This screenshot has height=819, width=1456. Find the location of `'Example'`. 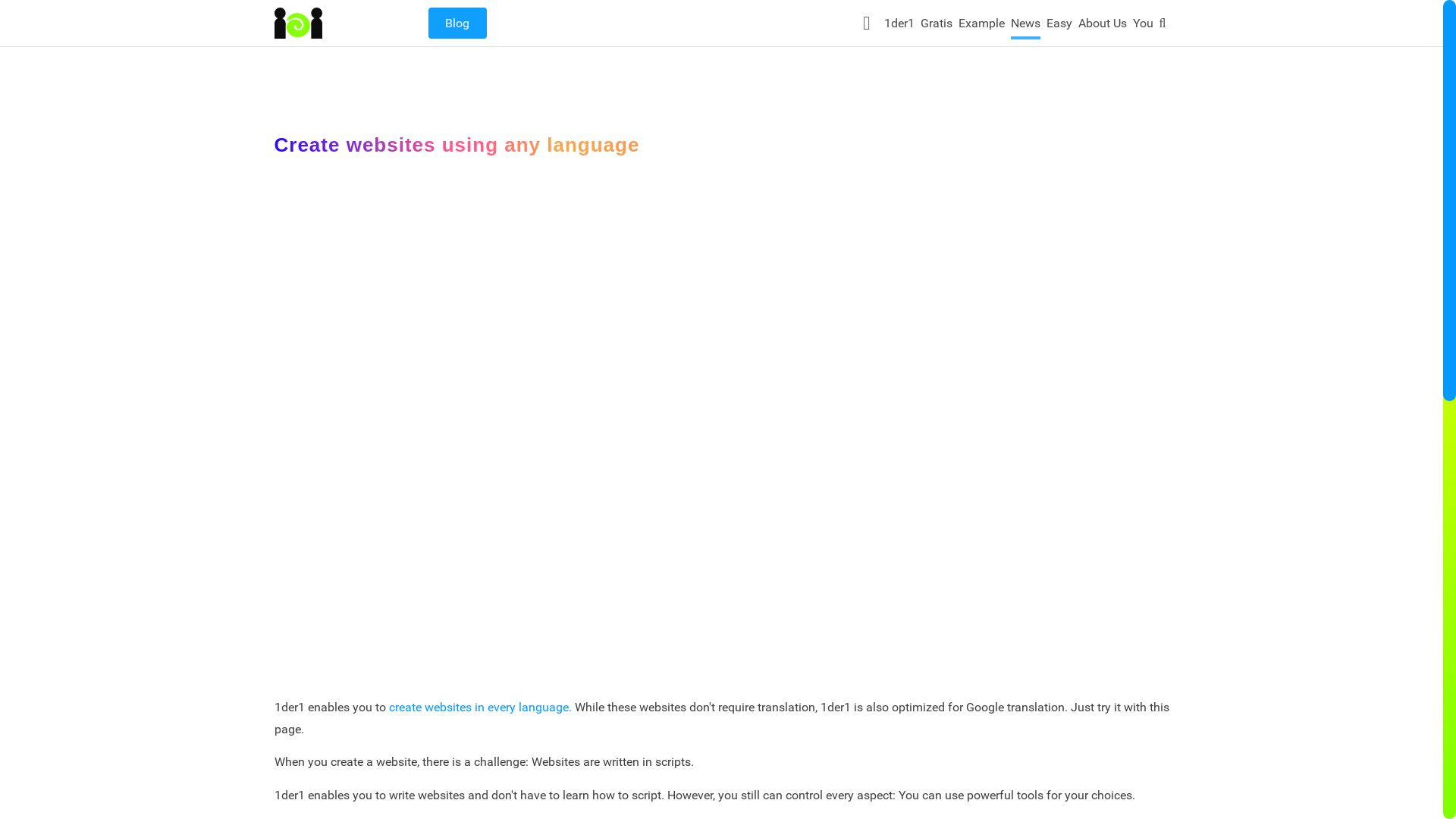

'Example' is located at coordinates (957, 26).